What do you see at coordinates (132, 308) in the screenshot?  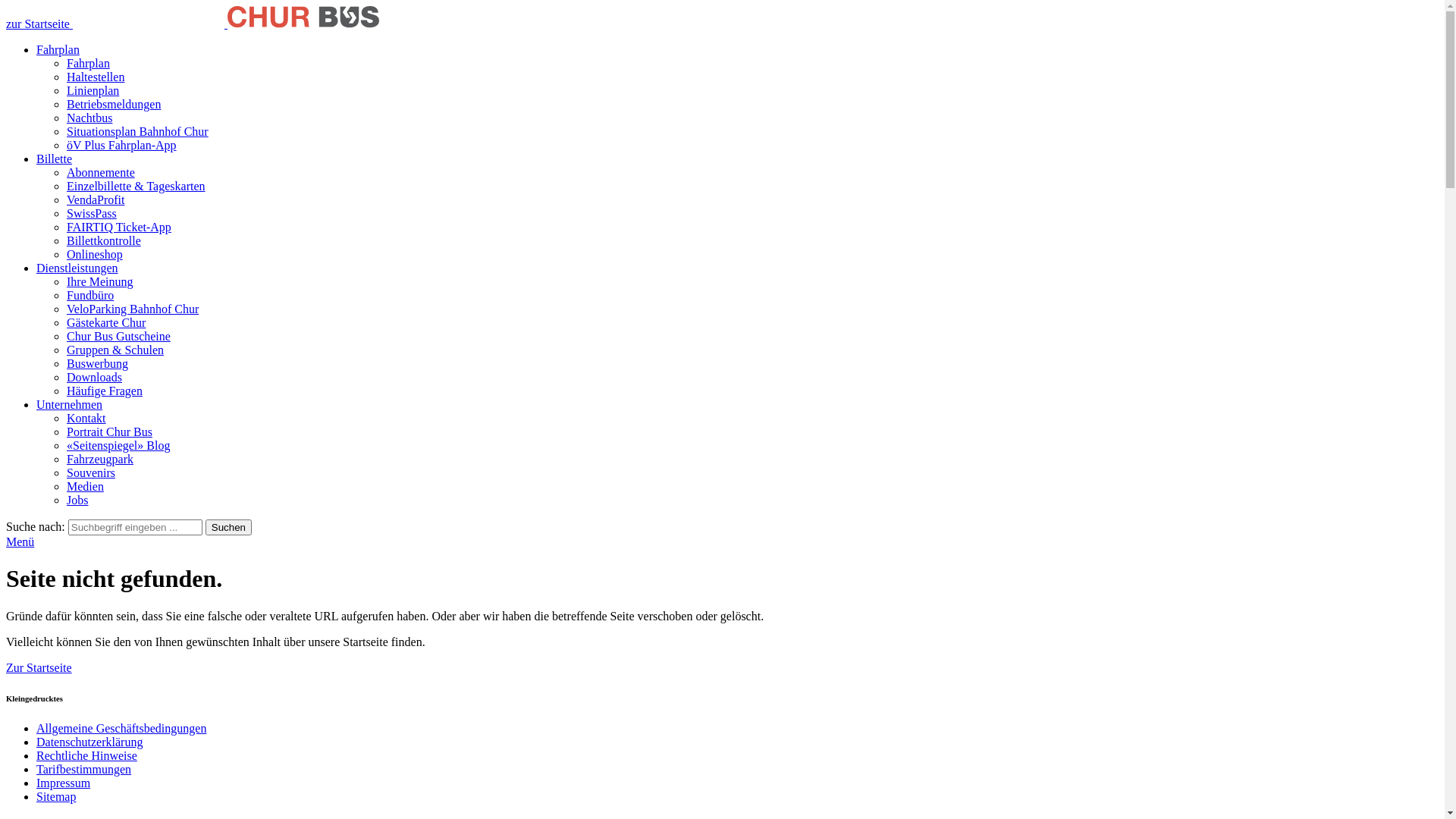 I see `'VeloParking Bahnhof Chur'` at bounding box center [132, 308].